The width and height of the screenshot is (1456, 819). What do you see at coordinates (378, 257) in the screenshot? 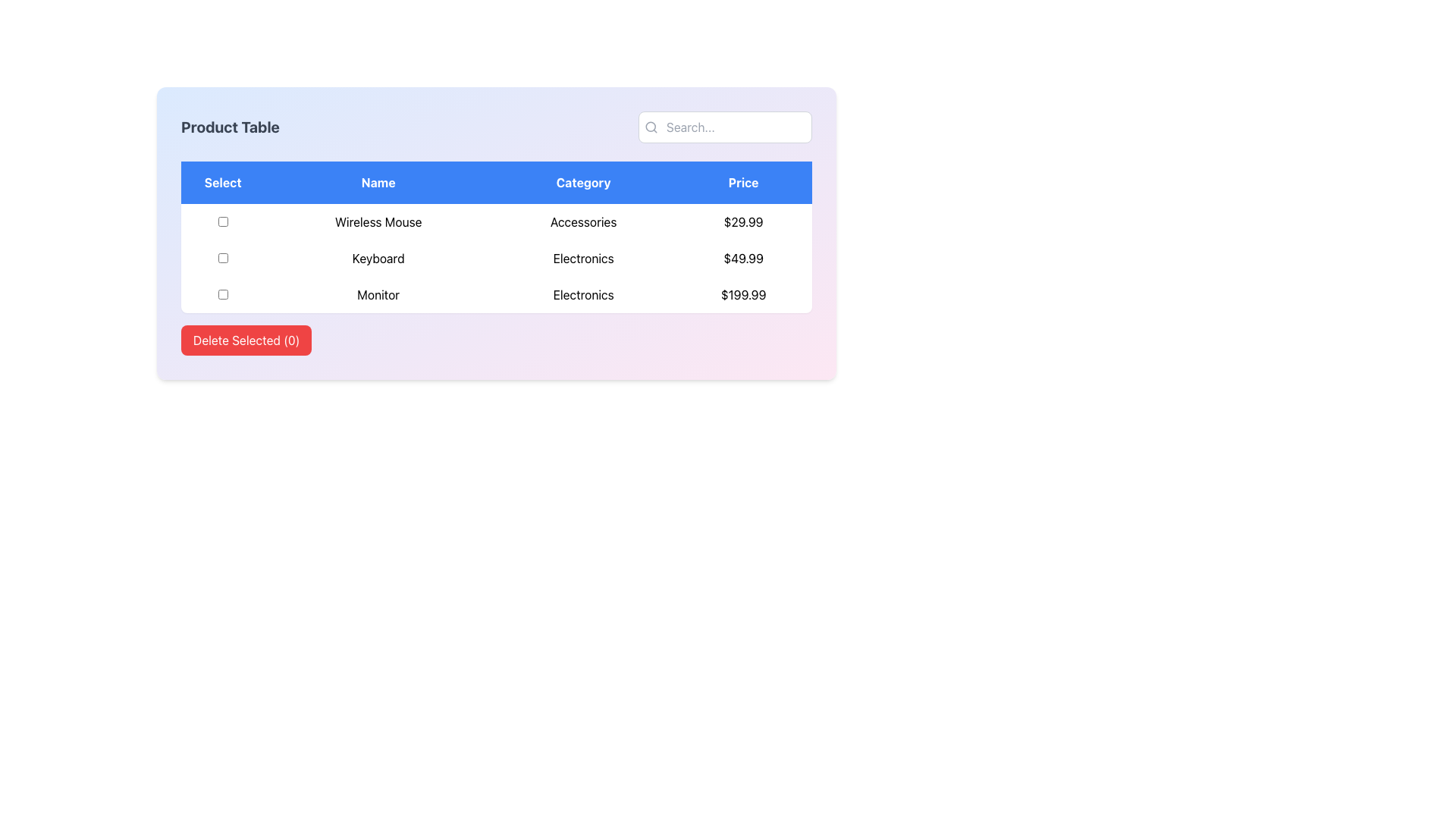
I see `the 'Keyboard' product name label in the second row of the table, which is positioned next to the checkbox in the 'Select' column and before the 'Category' column displaying 'Electronics'` at bounding box center [378, 257].